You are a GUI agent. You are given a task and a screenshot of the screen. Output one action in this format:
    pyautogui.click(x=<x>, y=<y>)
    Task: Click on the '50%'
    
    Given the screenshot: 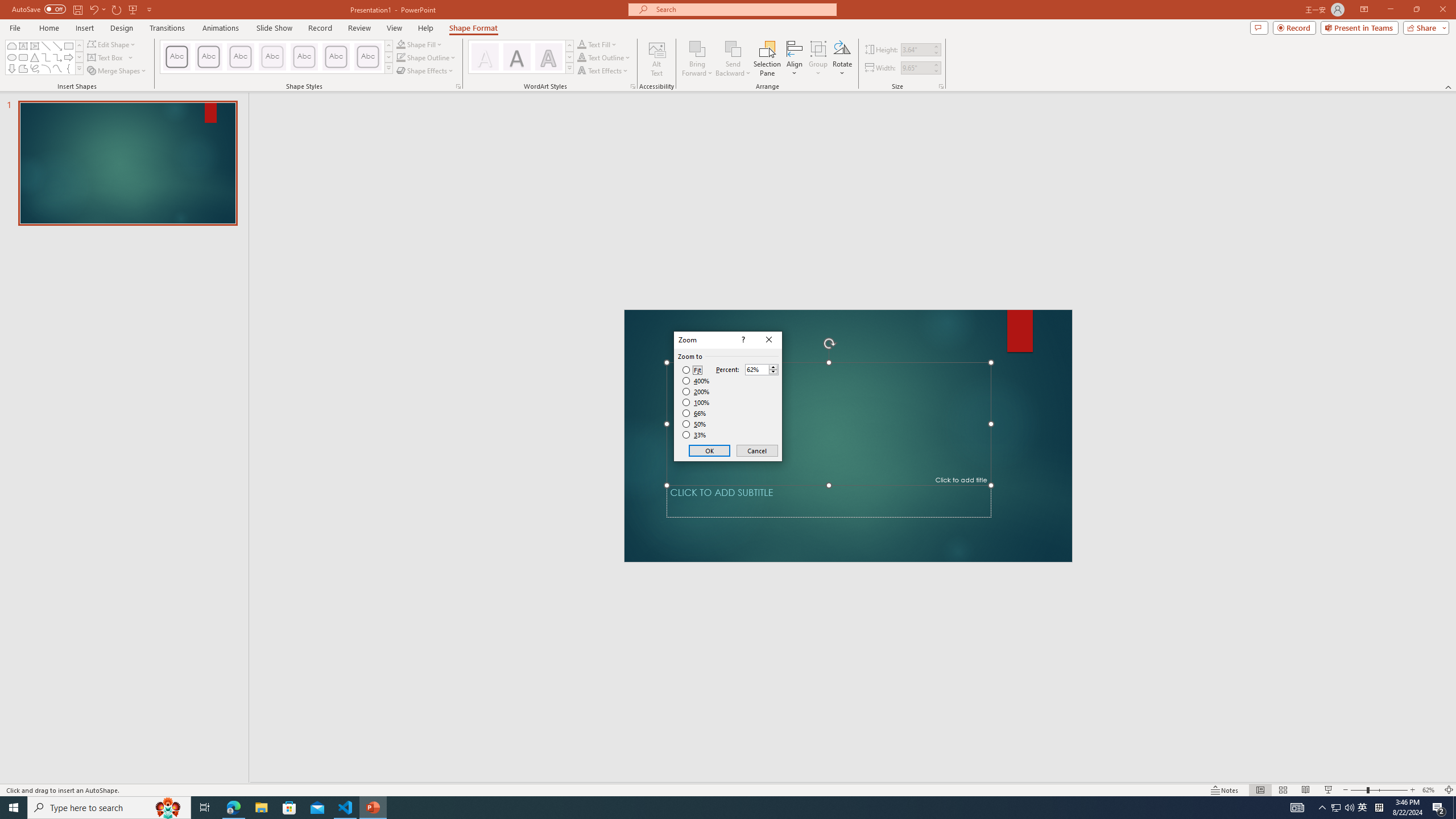 What is the action you would take?
    pyautogui.click(x=695, y=423)
    